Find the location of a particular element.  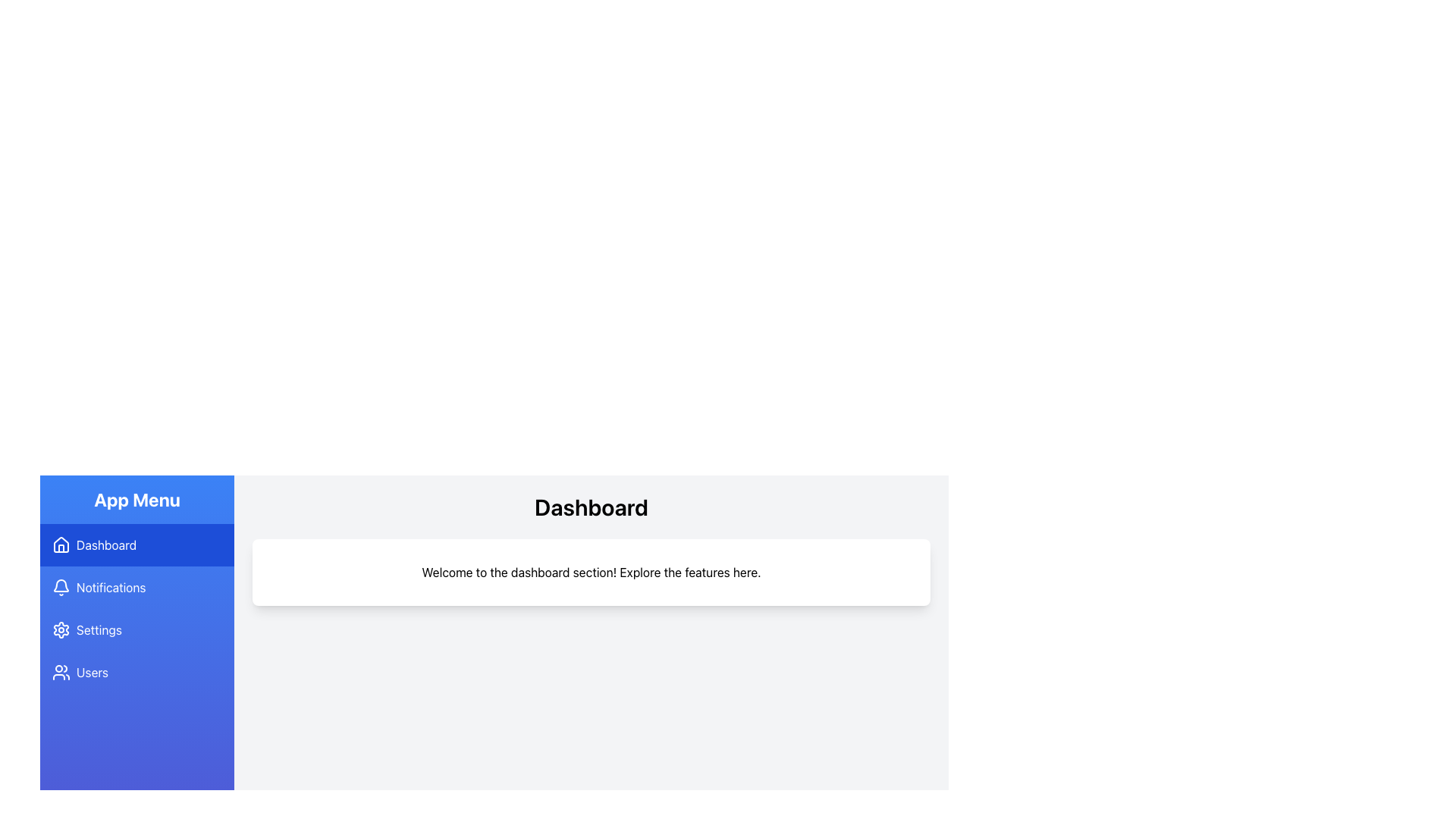

the house-shaped icon in the navigation menu, which is associated with the 'Home' function and located adjacent to the text 'Dashboard' is located at coordinates (61, 543).